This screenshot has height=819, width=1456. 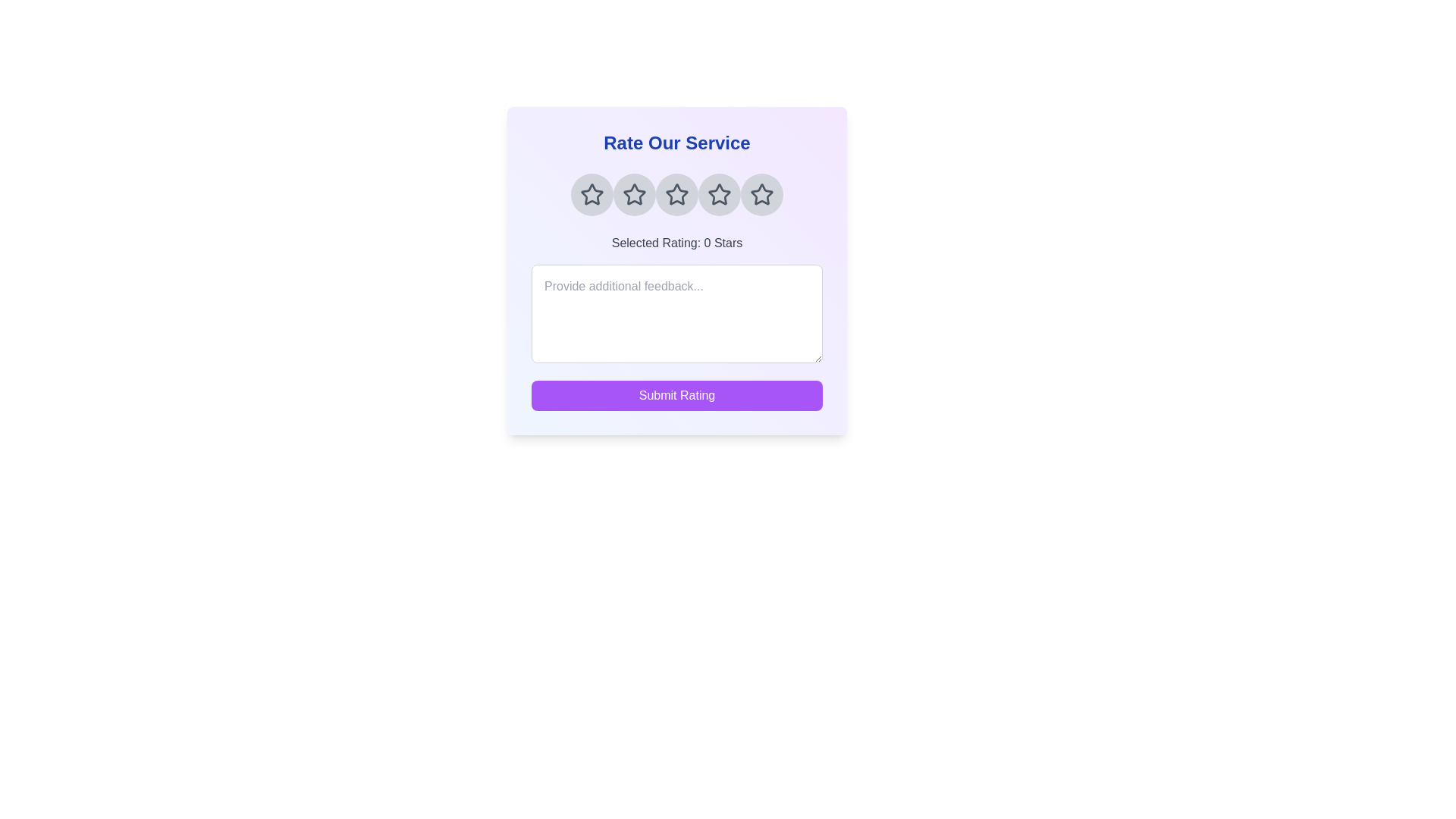 What do you see at coordinates (676, 394) in the screenshot?
I see `'Submit Rating' button` at bounding box center [676, 394].